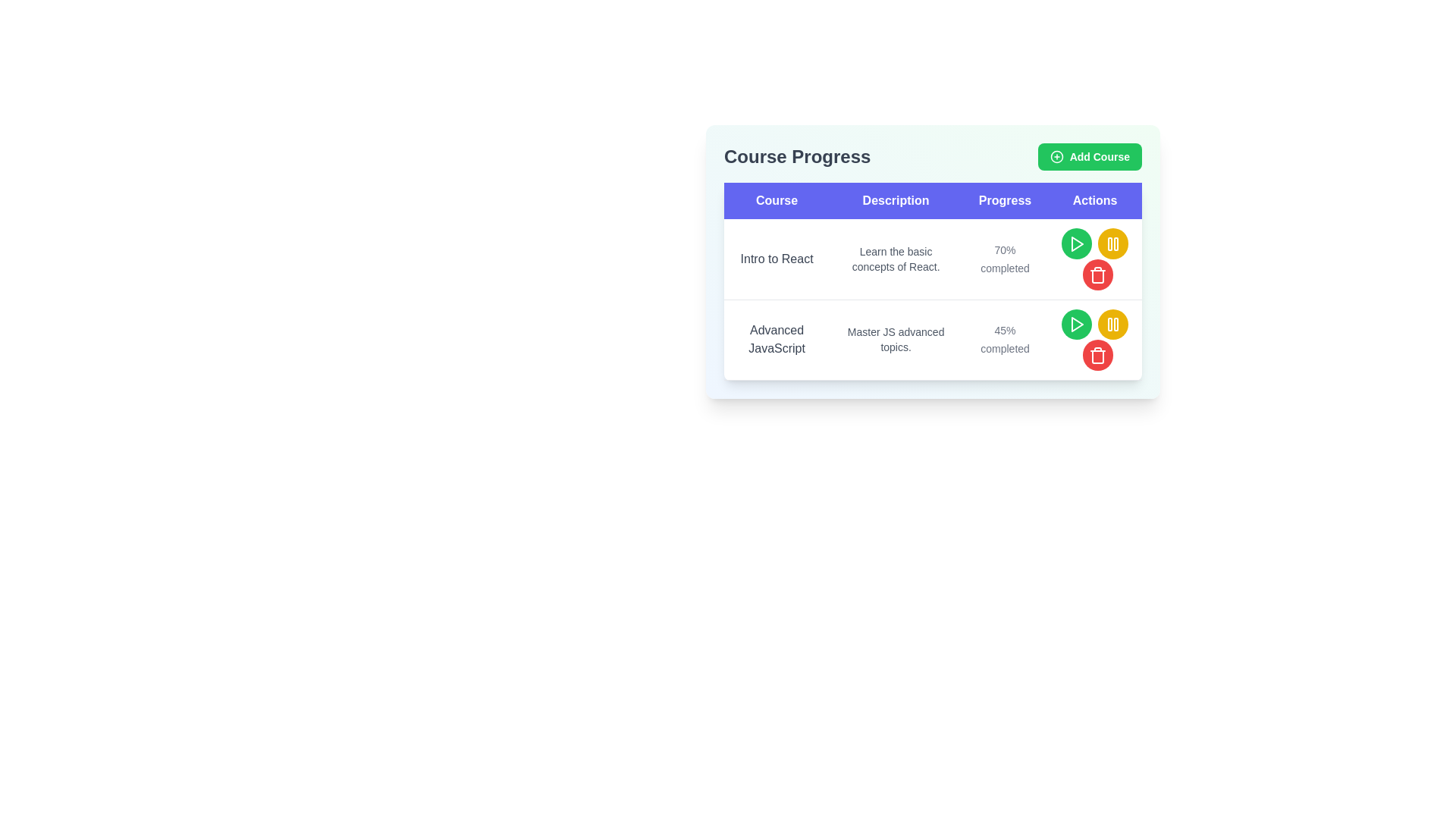 The width and height of the screenshot is (1456, 819). What do you see at coordinates (1110, 324) in the screenshot?
I see `the left rectangle of the pause button located in the 'Actions' column of the interface, which signifies the action to halt a course's progress` at bounding box center [1110, 324].